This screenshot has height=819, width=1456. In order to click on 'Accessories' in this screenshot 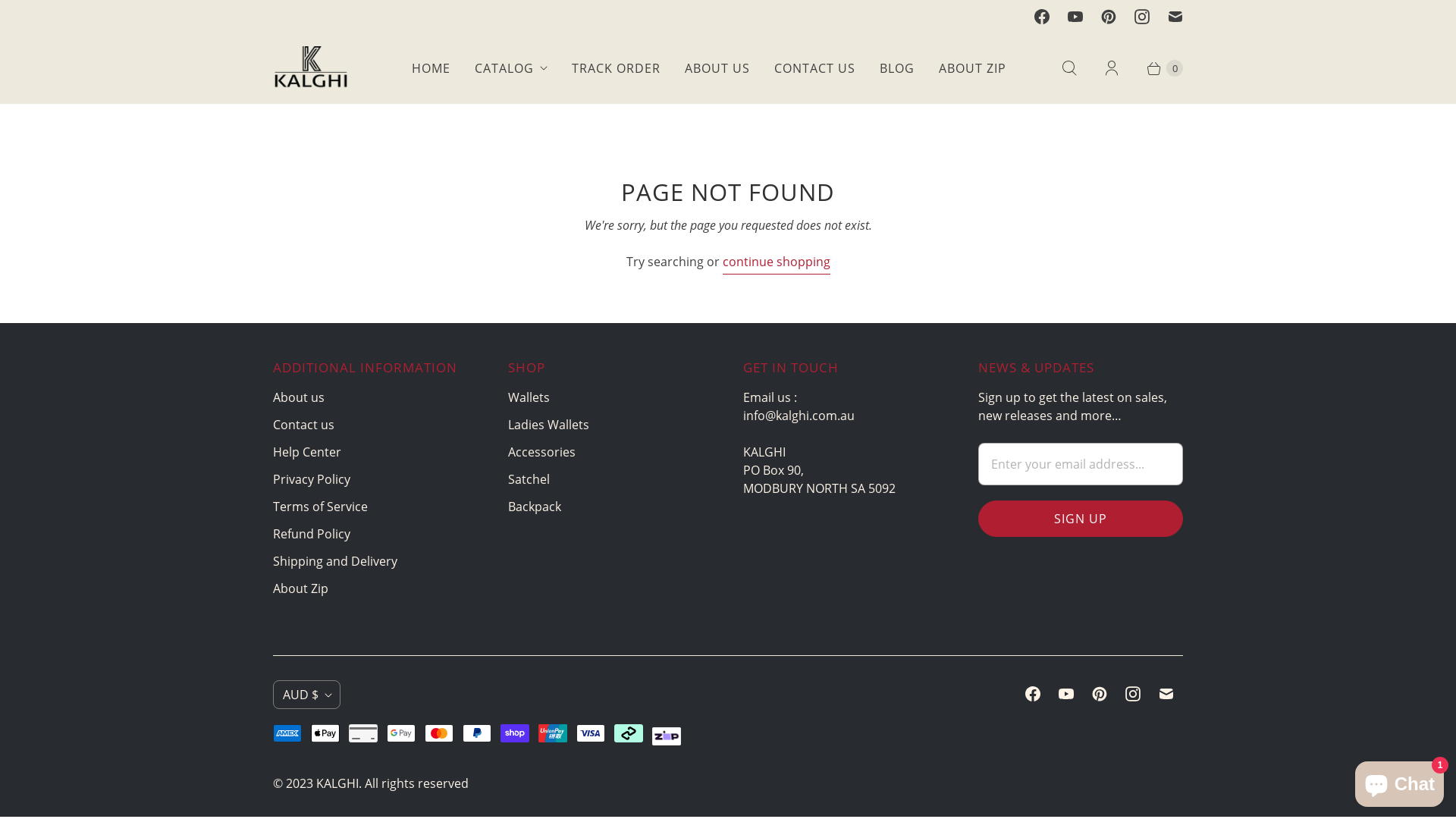, I will do `click(541, 451)`.